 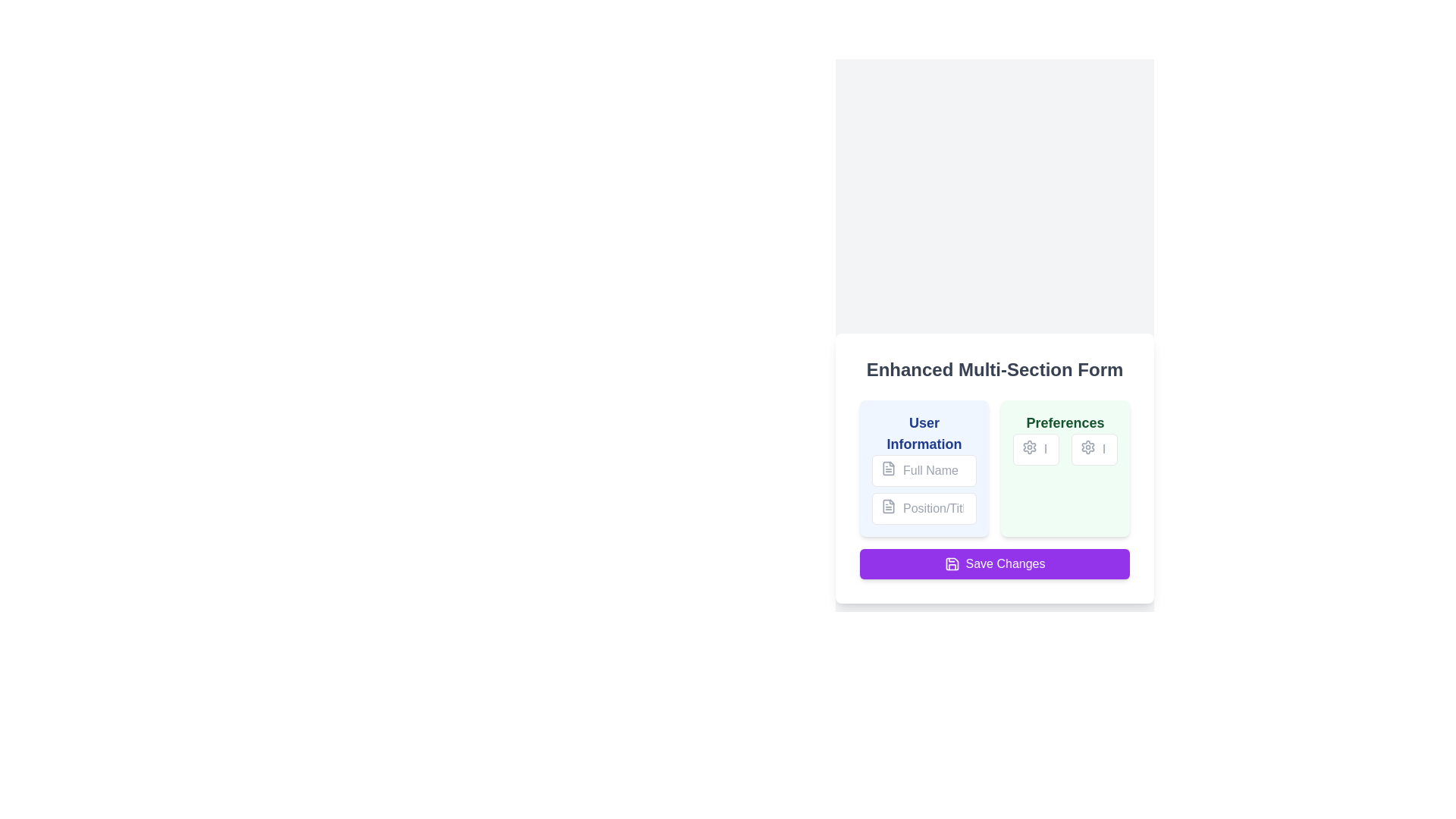 What do you see at coordinates (888, 506) in the screenshot?
I see `the icon representing a document, located in the 'User Information' section next to 'Position/Title'` at bounding box center [888, 506].